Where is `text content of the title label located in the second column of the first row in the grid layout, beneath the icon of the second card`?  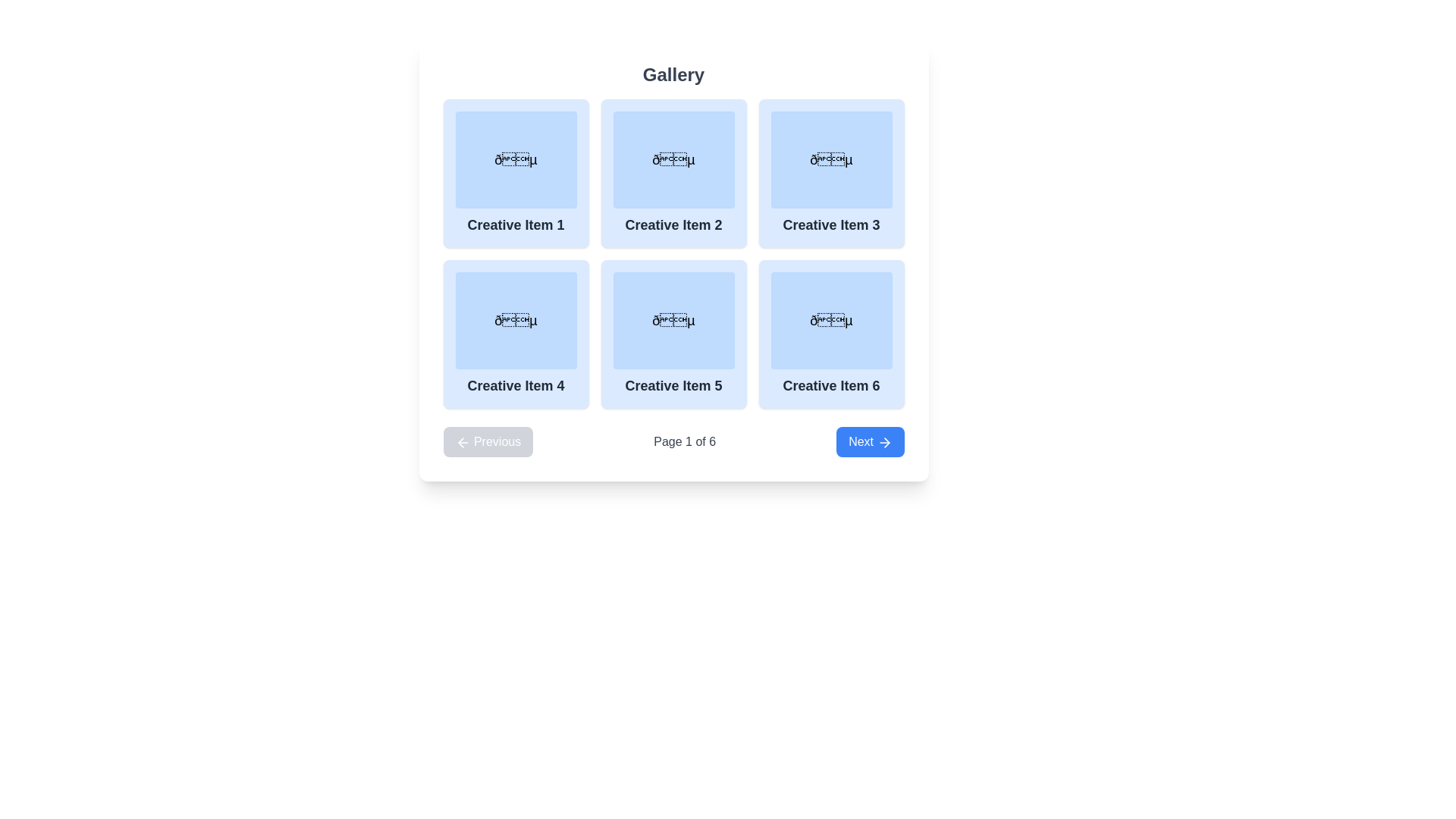 text content of the title label located in the second column of the first row in the grid layout, beneath the icon of the second card is located at coordinates (673, 225).